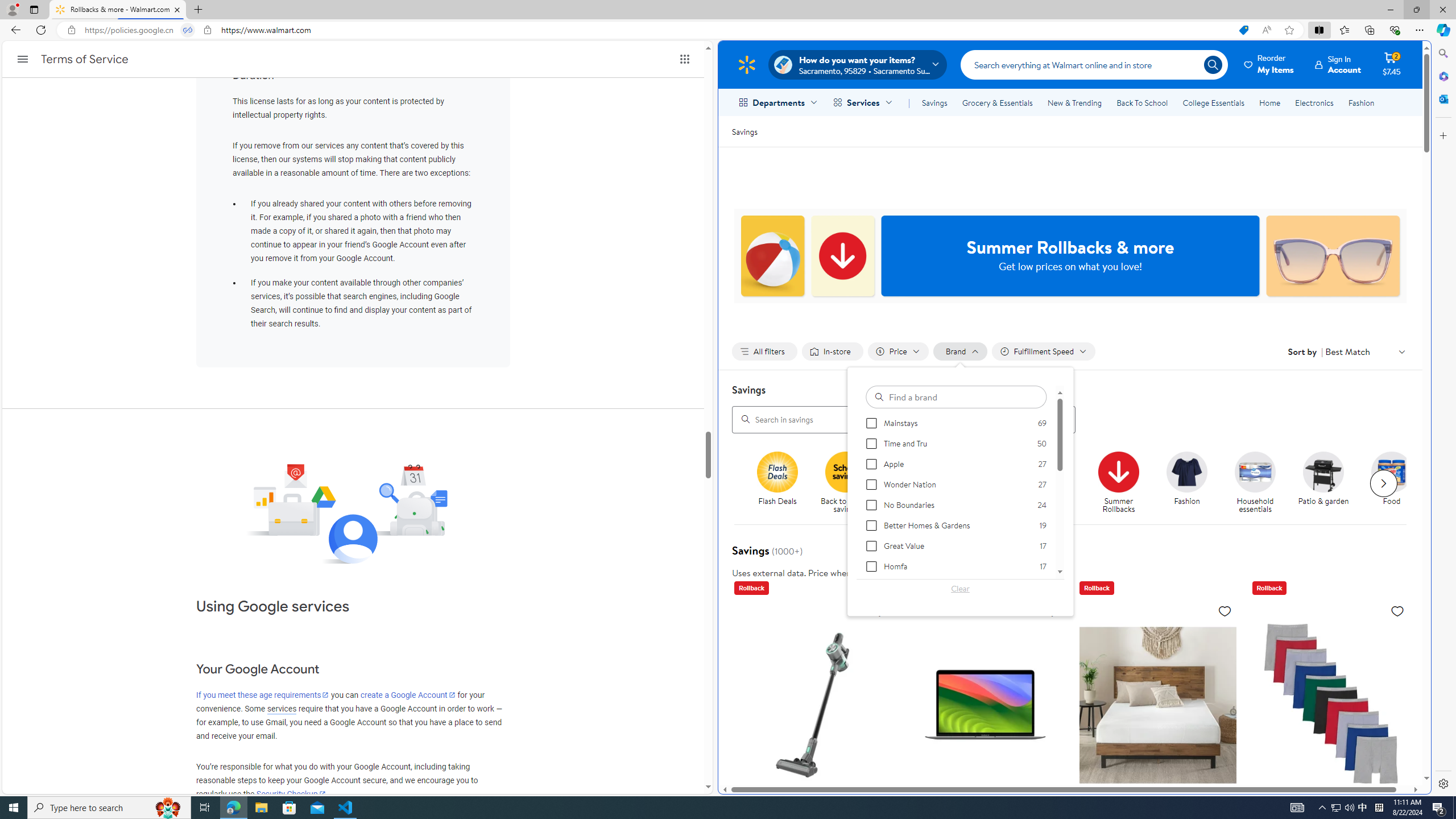 The image size is (1456, 819). What do you see at coordinates (913, 471) in the screenshot?
I see `'Back to College savings'` at bounding box center [913, 471].